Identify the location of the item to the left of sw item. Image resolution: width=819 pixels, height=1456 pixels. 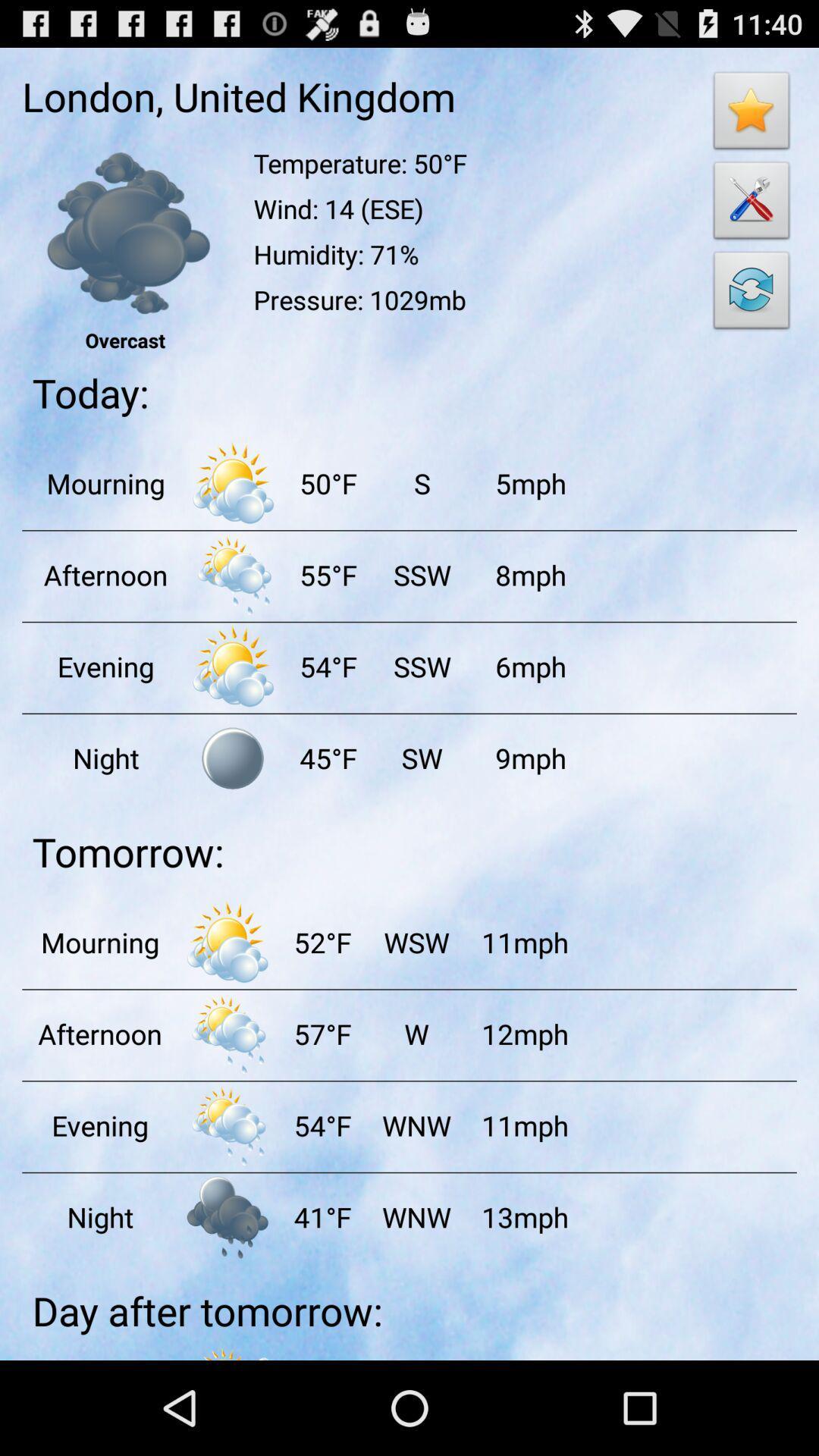
(327, 758).